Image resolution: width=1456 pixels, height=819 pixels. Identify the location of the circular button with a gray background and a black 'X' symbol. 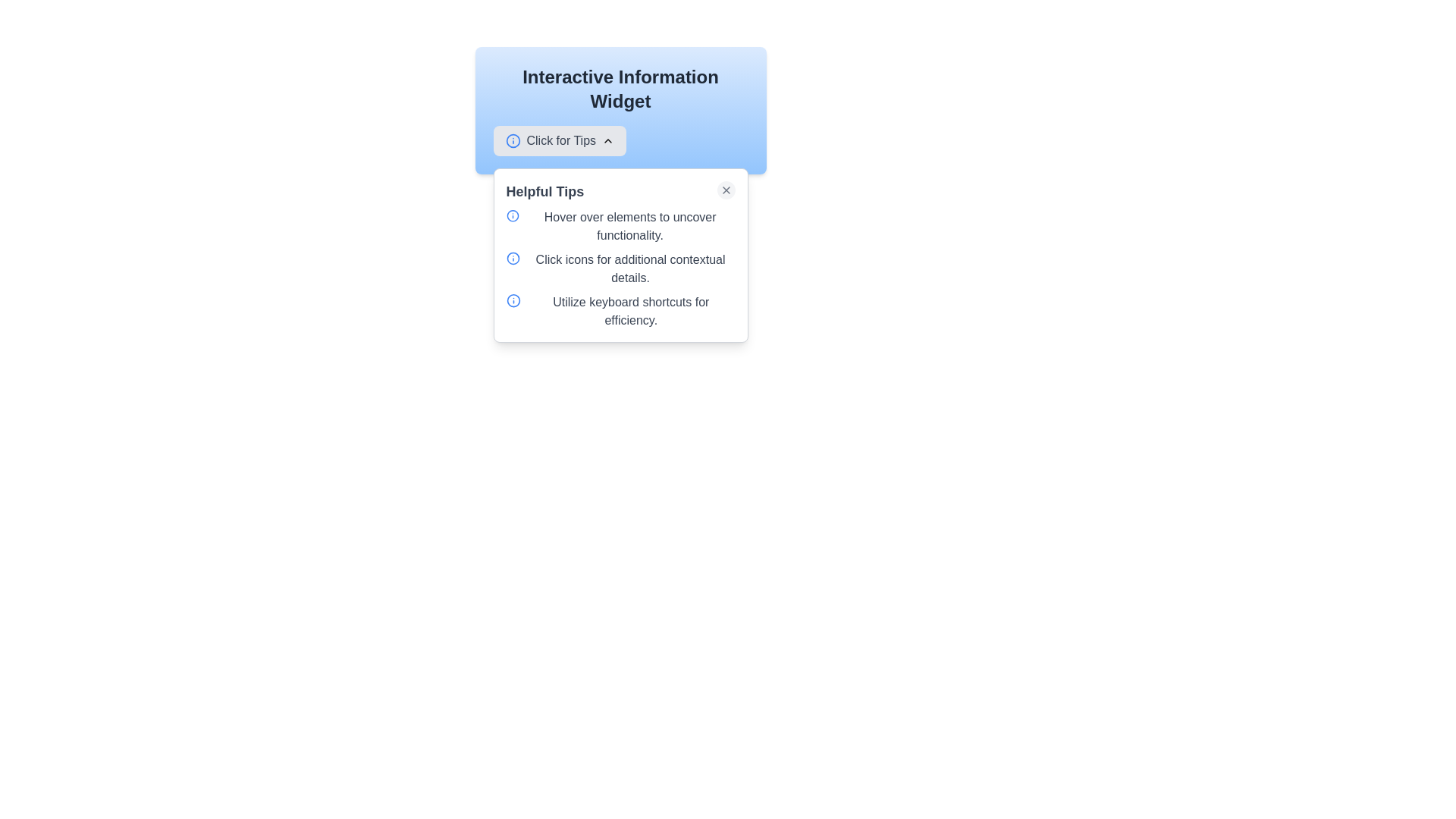
(725, 189).